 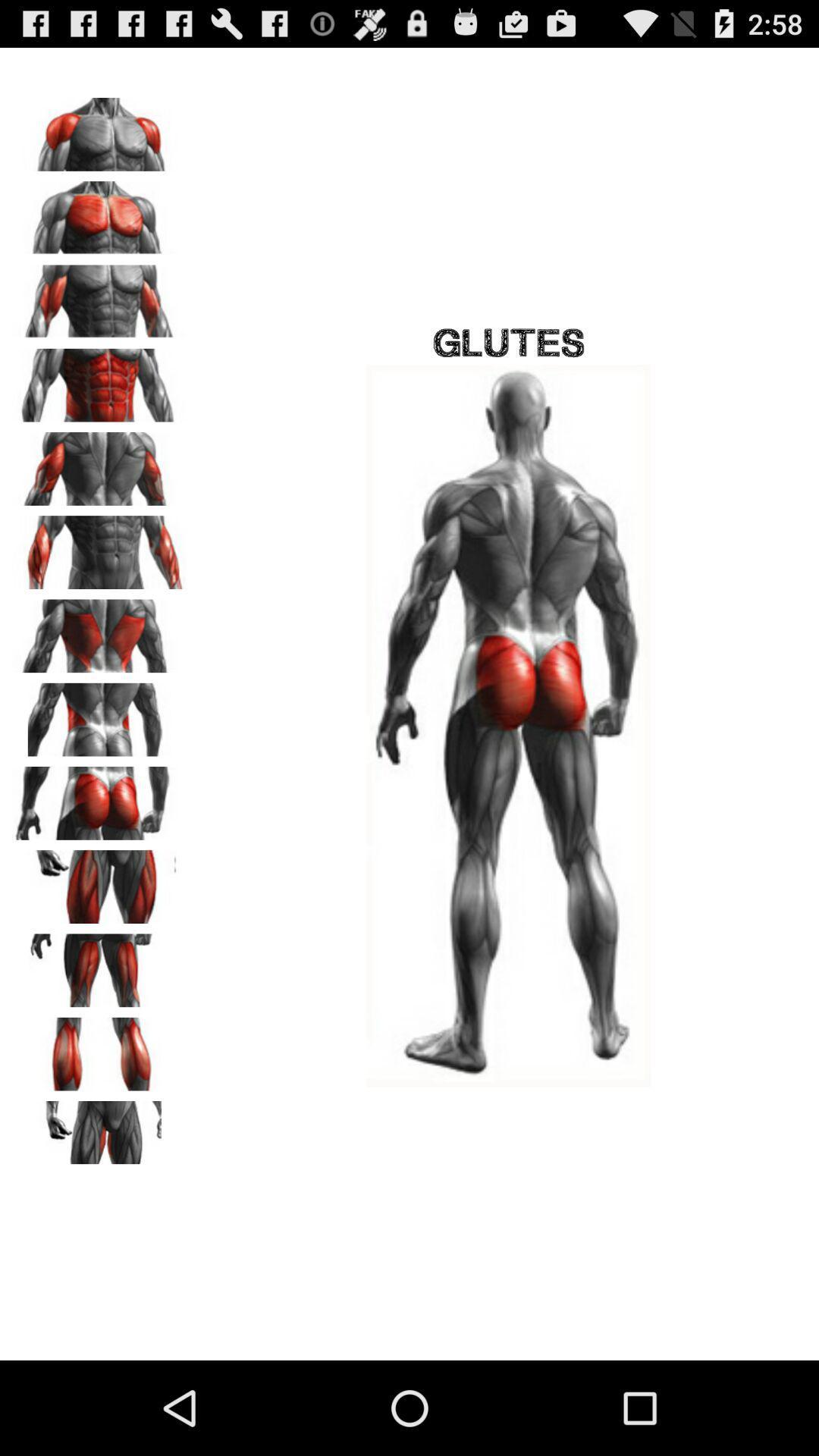 What do you see at coordinates (99, 631) in the screenshot?
I see `muscle area` at bounding box center [99, 631].